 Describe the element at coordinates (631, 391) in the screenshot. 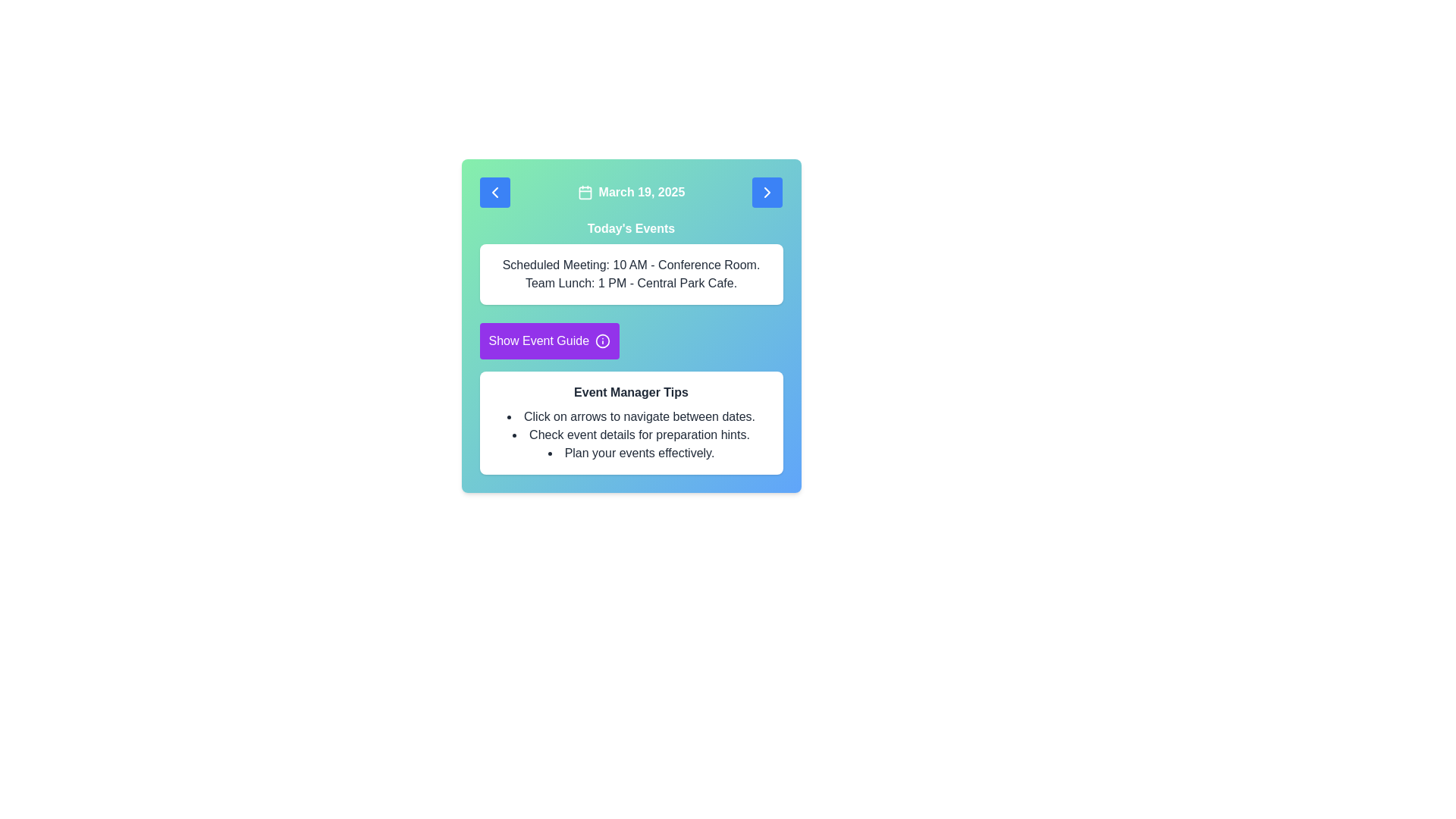

I see `the title text 'Event Manager Tips' which is styled in bold font and located inside a white rectangular box with rounded corners, positioned within a larger teal card interface, and directly above a bulleted list` at that location.